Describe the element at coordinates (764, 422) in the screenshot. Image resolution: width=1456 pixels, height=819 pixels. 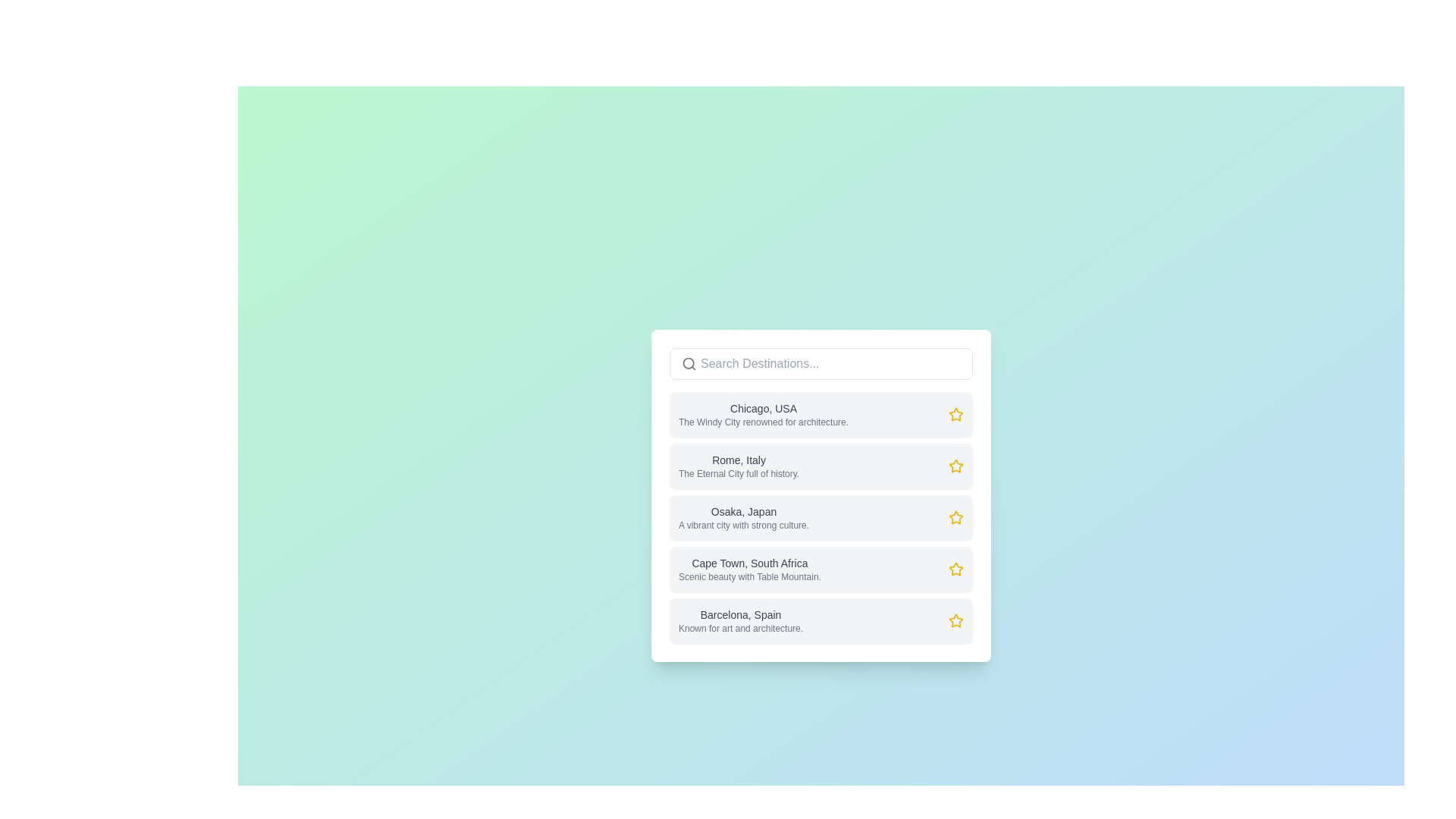
I see `the static text that serves as a descriptive subtitle for 'Chicago, USA', positioned directly below it within the card layout` at that location.